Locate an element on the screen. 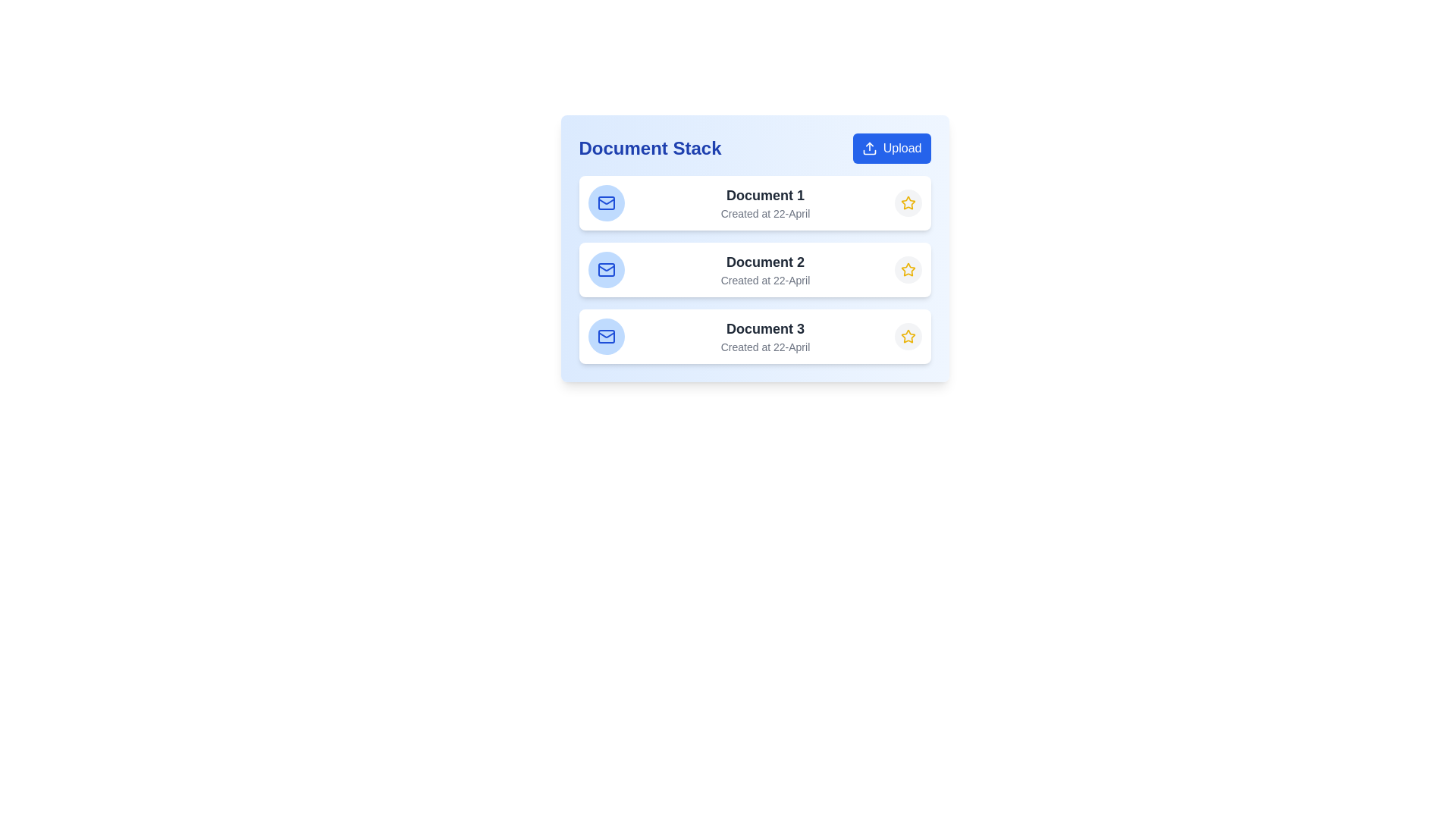 This screenshot has height=819, width=1456. the text label displaying 'Created at 22-April', which is positioned below 'Document 1' in the document list is located at coordinates (765, 213).